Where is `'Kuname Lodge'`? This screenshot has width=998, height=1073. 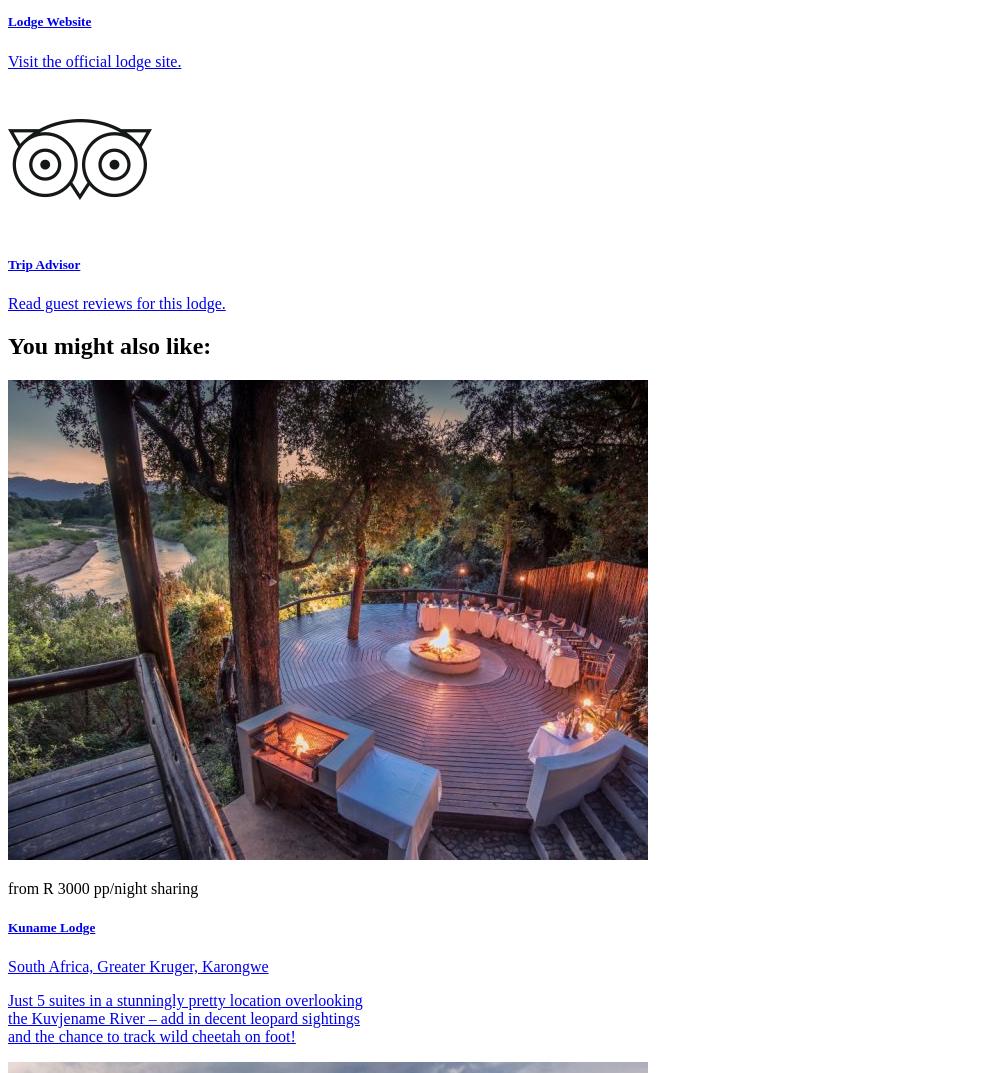
'Kuname Lodge' is located at coordinates (50, 926).